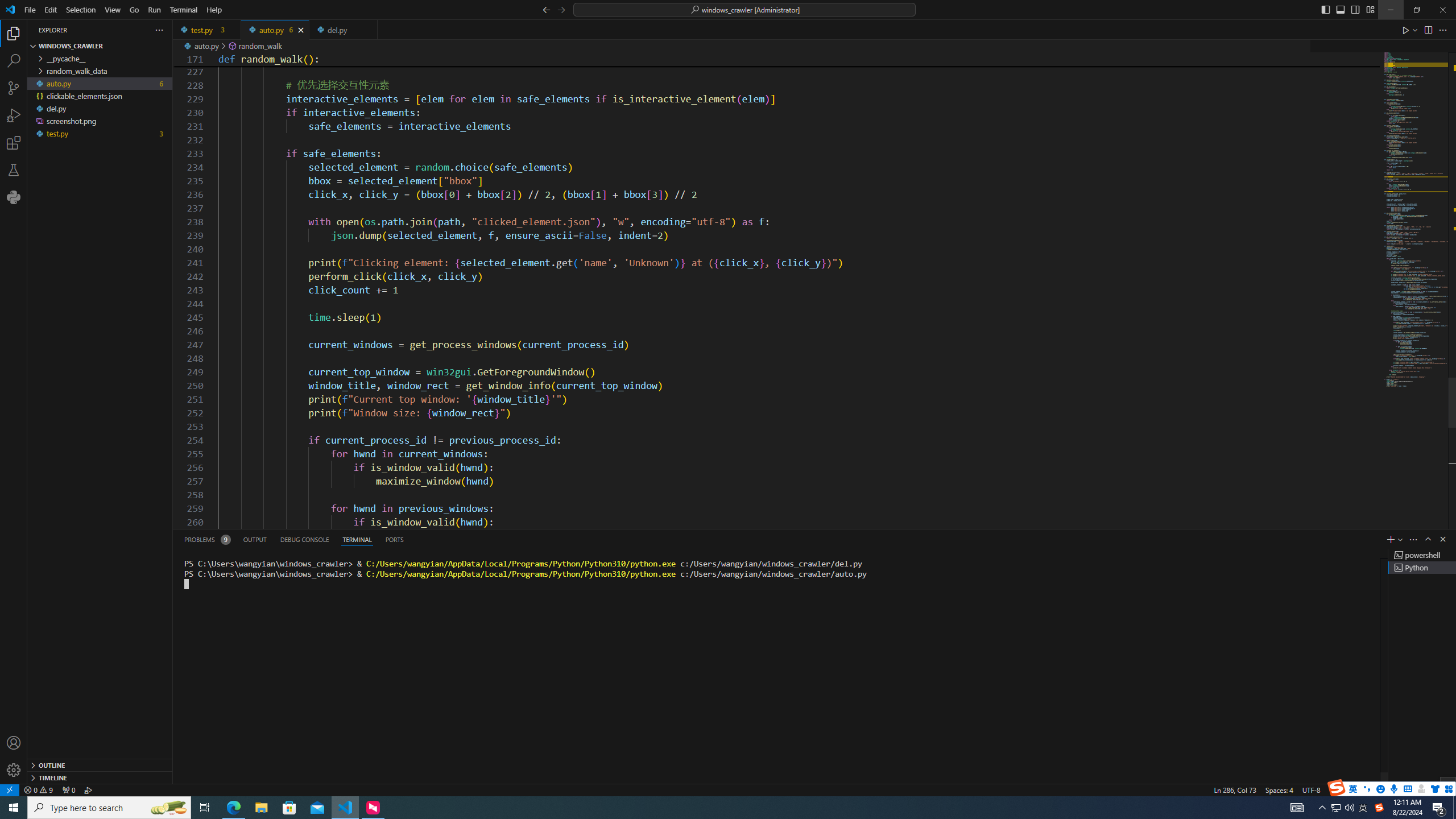 The image size is (1456, 819). I want to click on 'test.py', so click(206, 29).